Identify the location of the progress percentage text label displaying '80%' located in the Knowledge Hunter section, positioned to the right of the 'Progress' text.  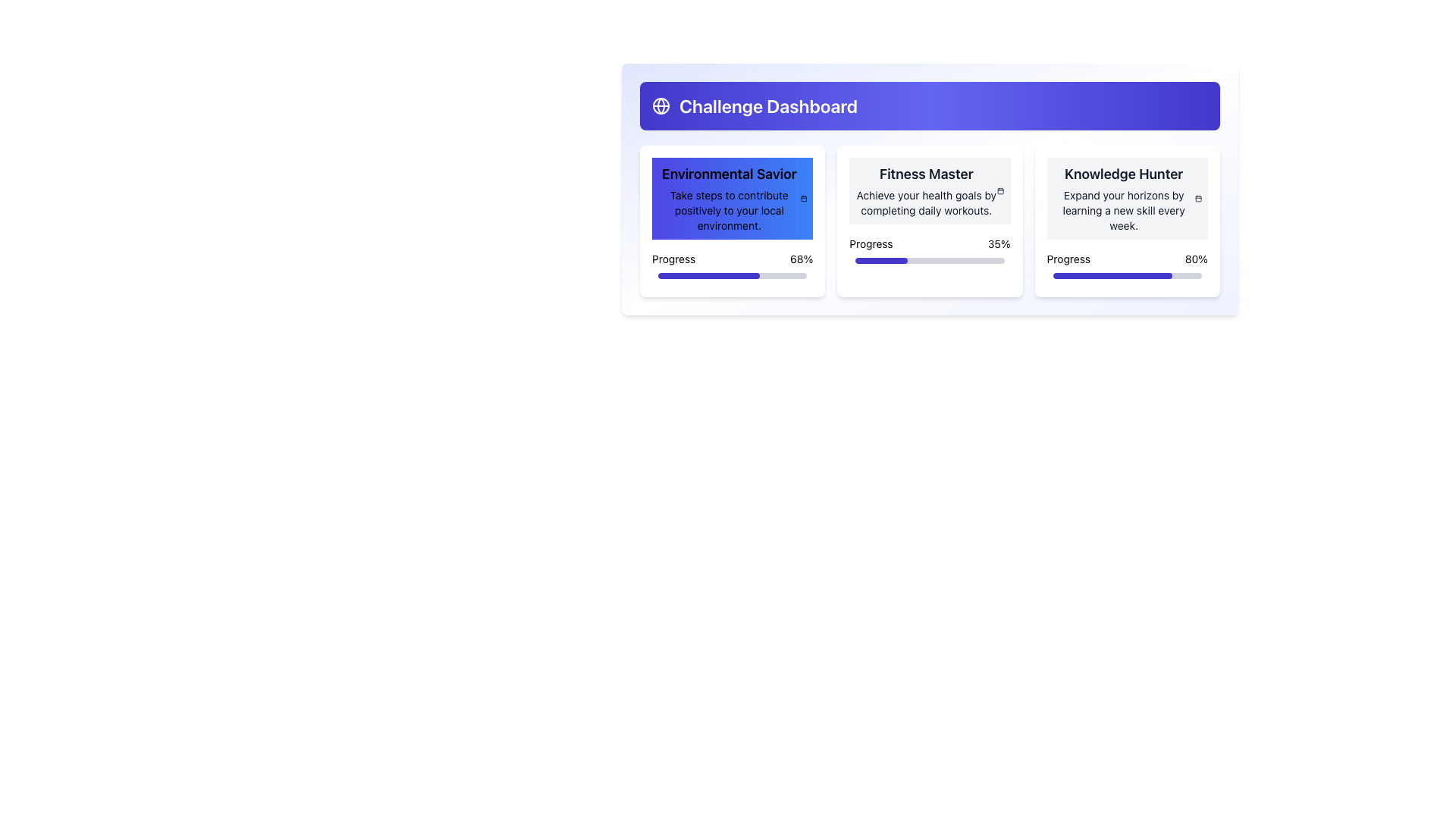
(1195, 259).